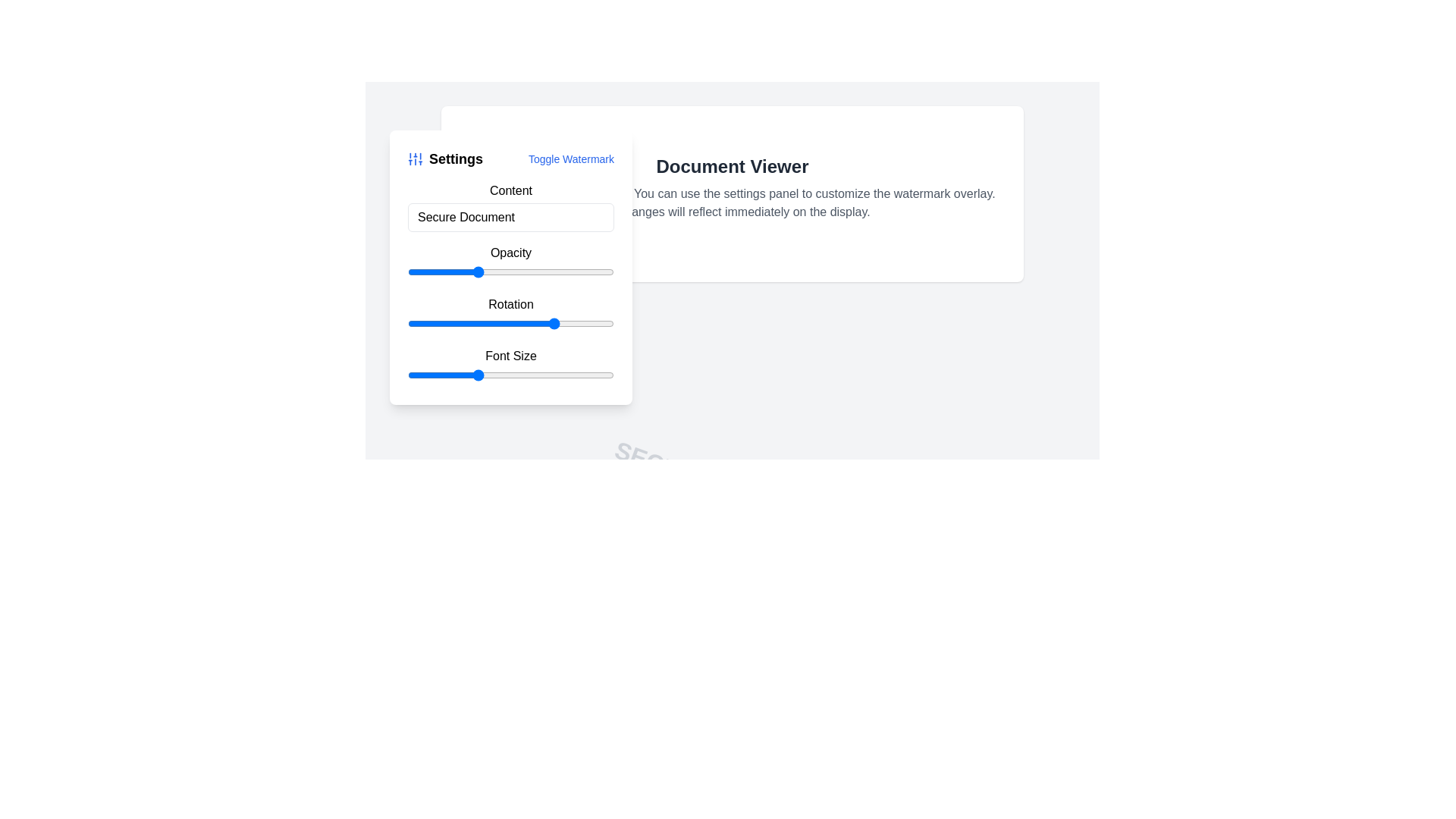  Describe the element at coordinates (506, 323) in the screenshot. I see `rotation` at that location.